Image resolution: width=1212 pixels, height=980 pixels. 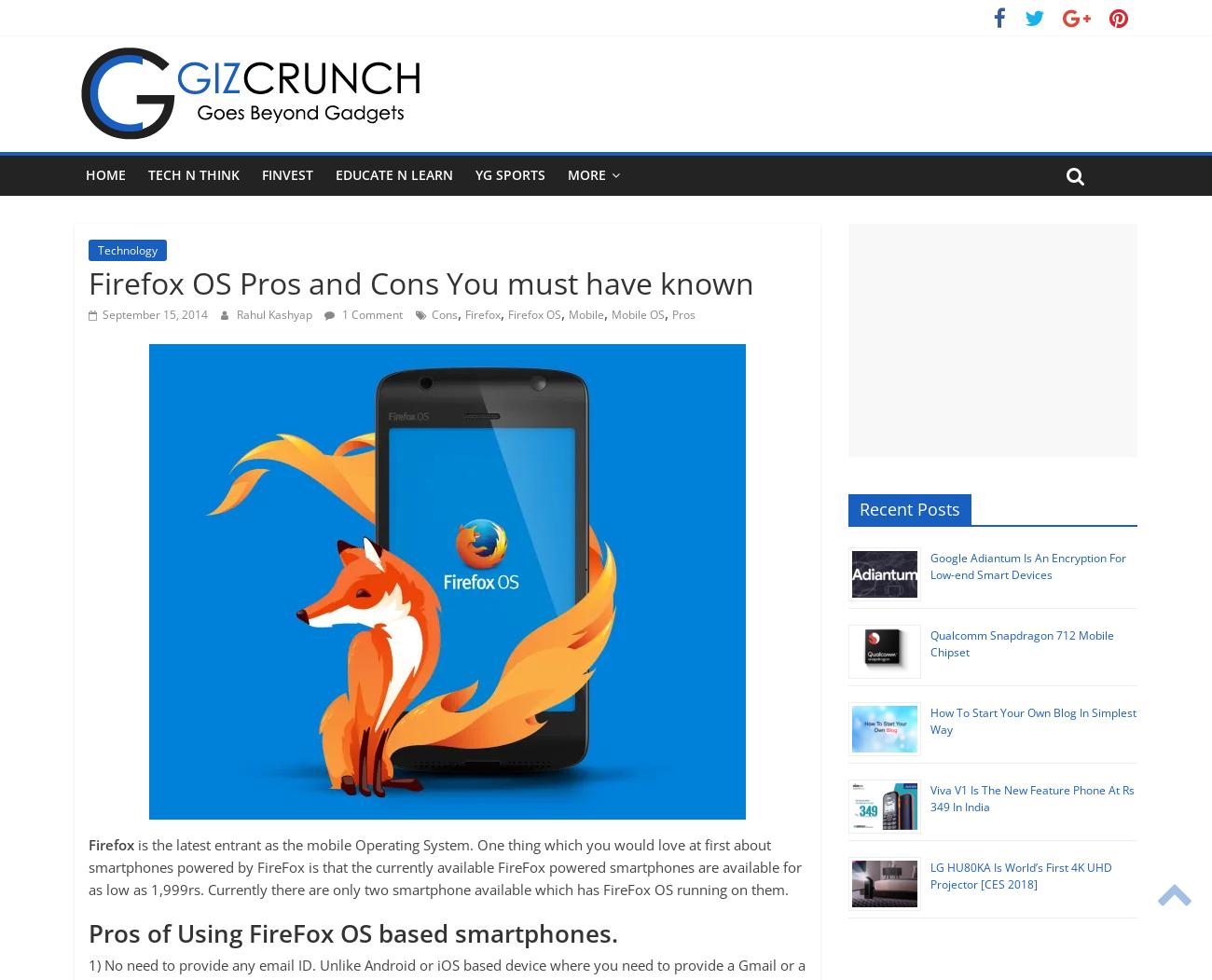 What do you see at coordinates (89, 932) in the screenshot?
I see `'Pros of Using FireFox OS based smartphones.'` at bounding box center [89, 932].